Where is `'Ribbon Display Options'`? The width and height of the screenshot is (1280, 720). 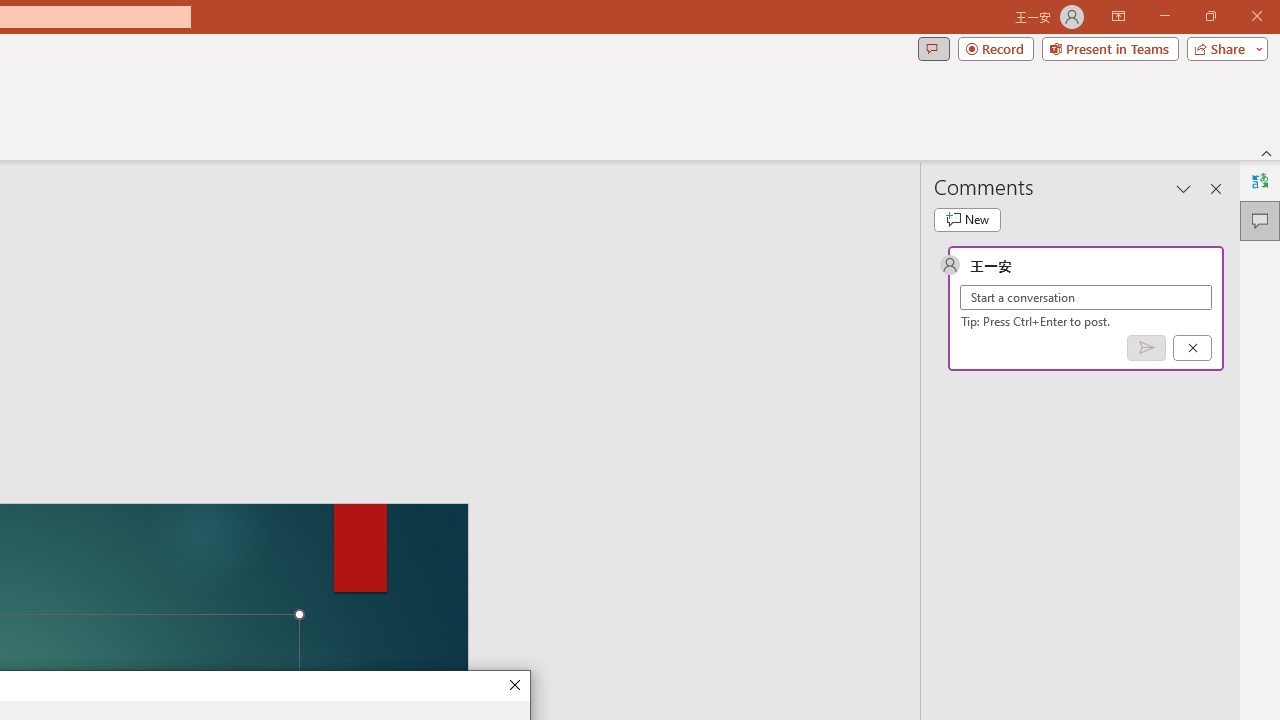
'Ribbon Display Options' is located at coordinates (1117, 16).